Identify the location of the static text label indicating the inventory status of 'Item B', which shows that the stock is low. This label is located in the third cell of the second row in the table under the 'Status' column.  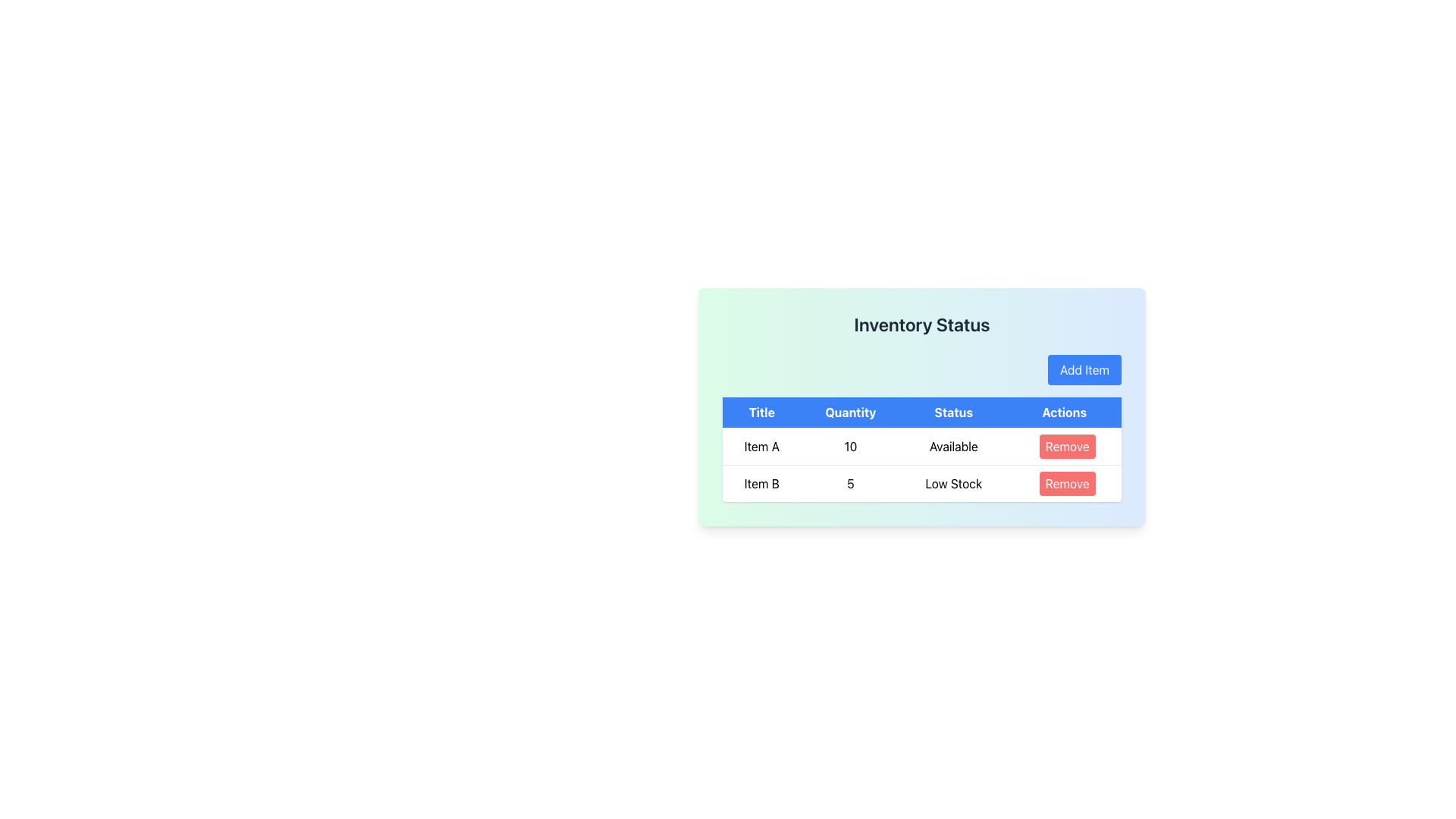
(952, 483).